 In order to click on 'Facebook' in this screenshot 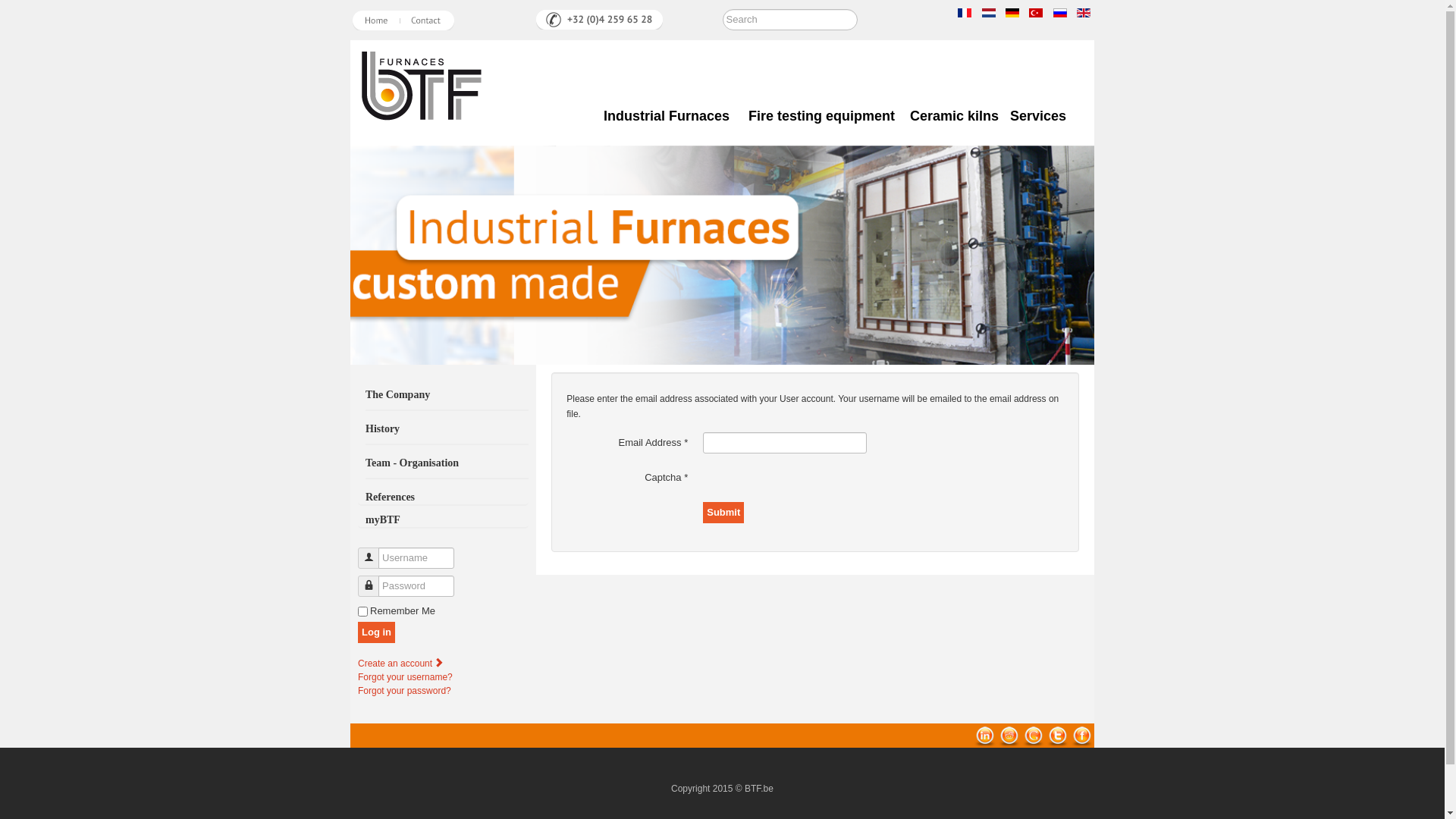, I will do `click(1081, 734)`.